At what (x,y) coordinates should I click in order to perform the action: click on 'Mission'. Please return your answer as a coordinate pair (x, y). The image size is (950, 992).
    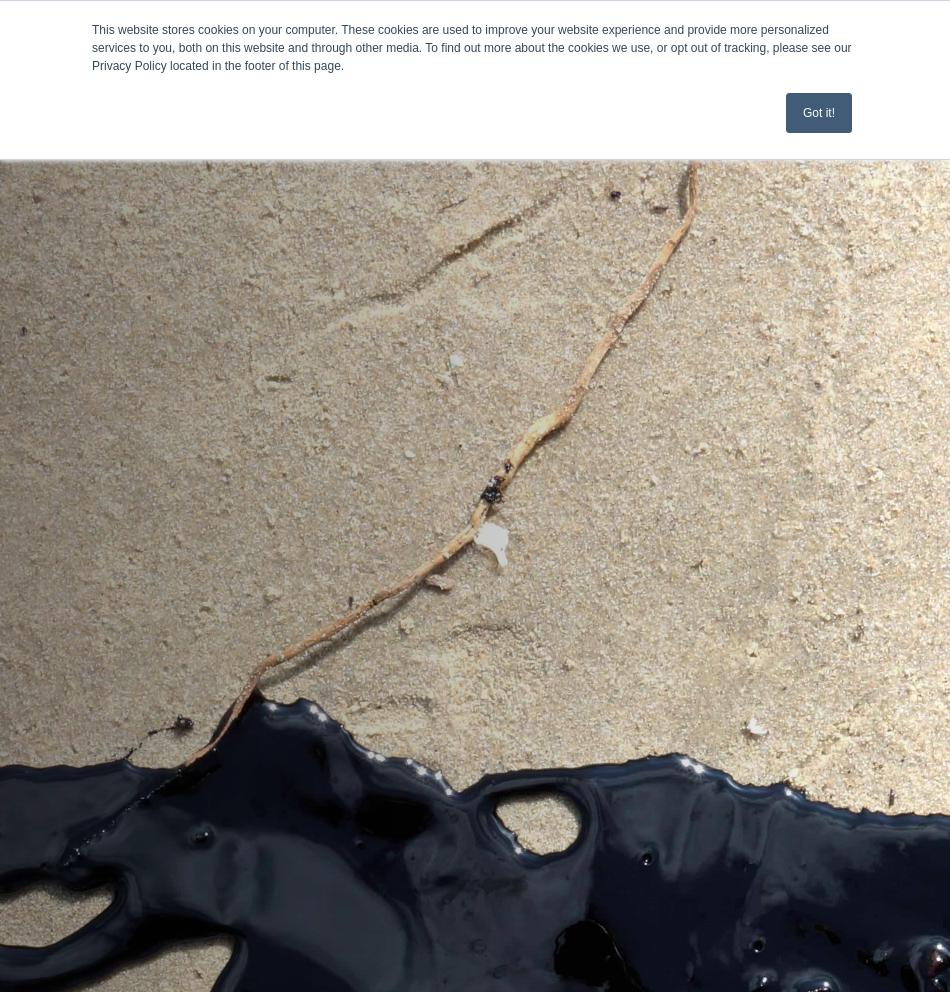
    Looking at the image, I should click on (47, 159).